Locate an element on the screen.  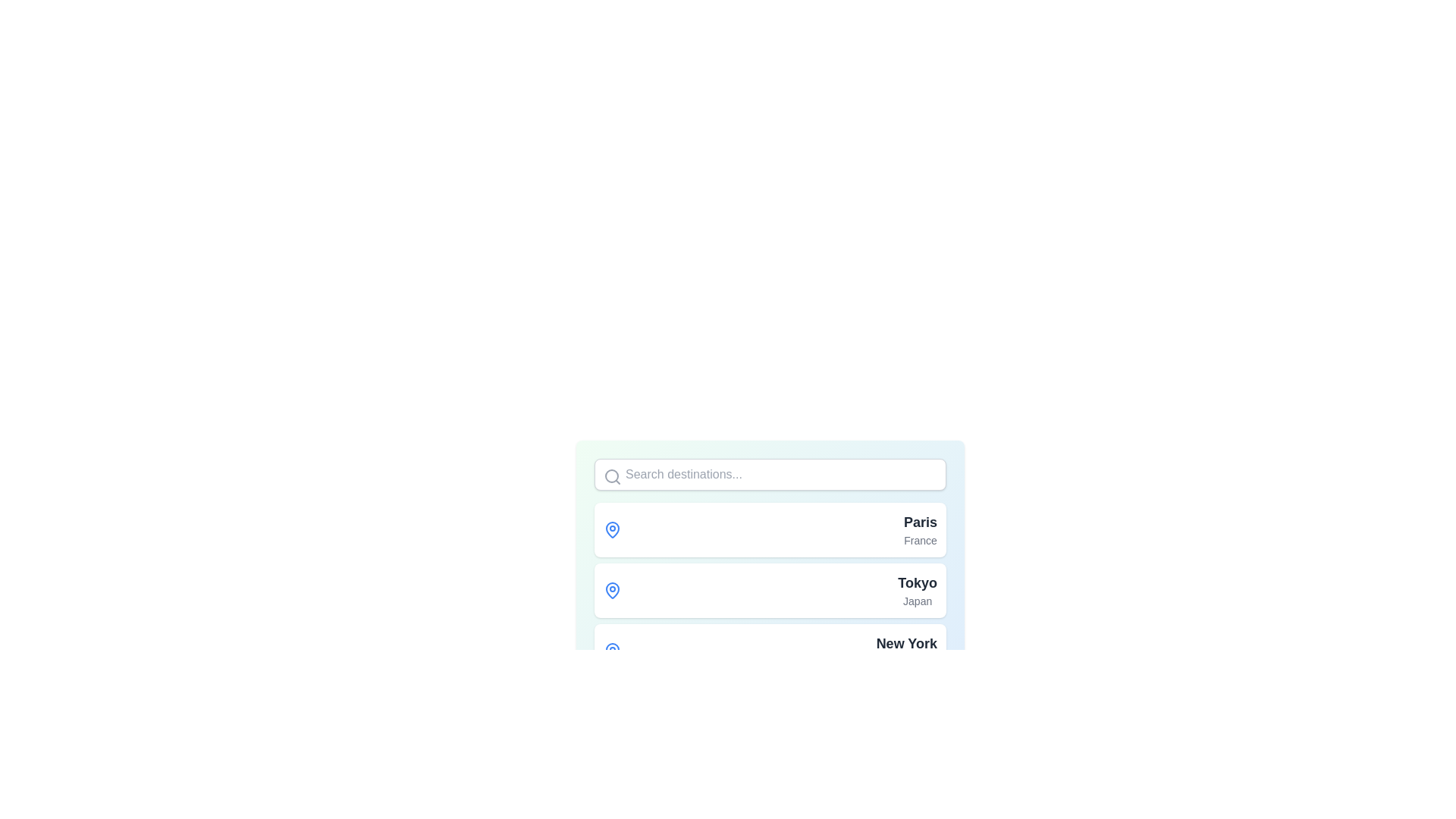
the title header element that identifies the destination name 'Paris', located above the text 'France' in the right-middle panel is located at coordinates (920, 522).